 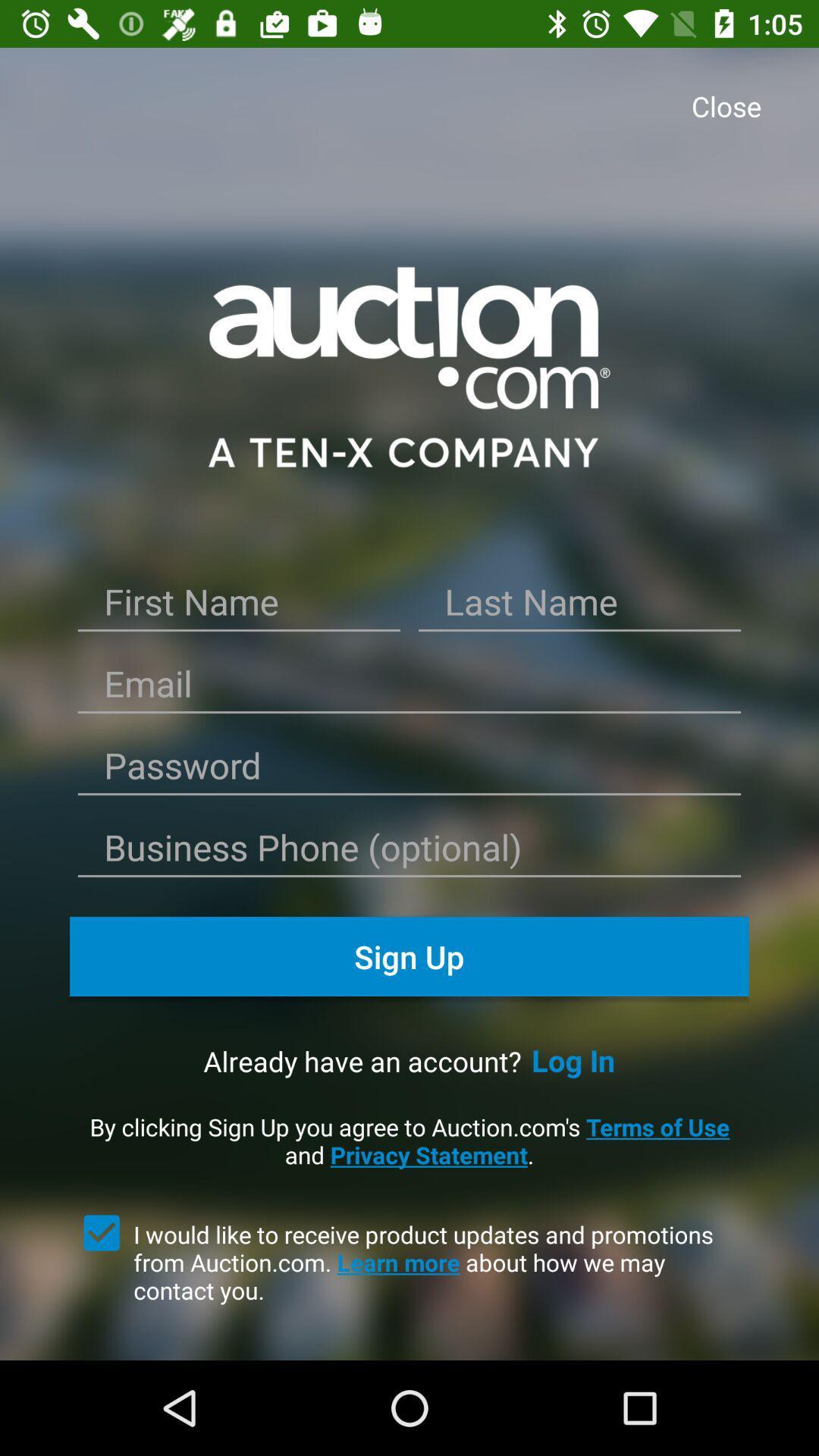 I want to click on the icon at the bottom left corner, so click(x=102, y=1233).